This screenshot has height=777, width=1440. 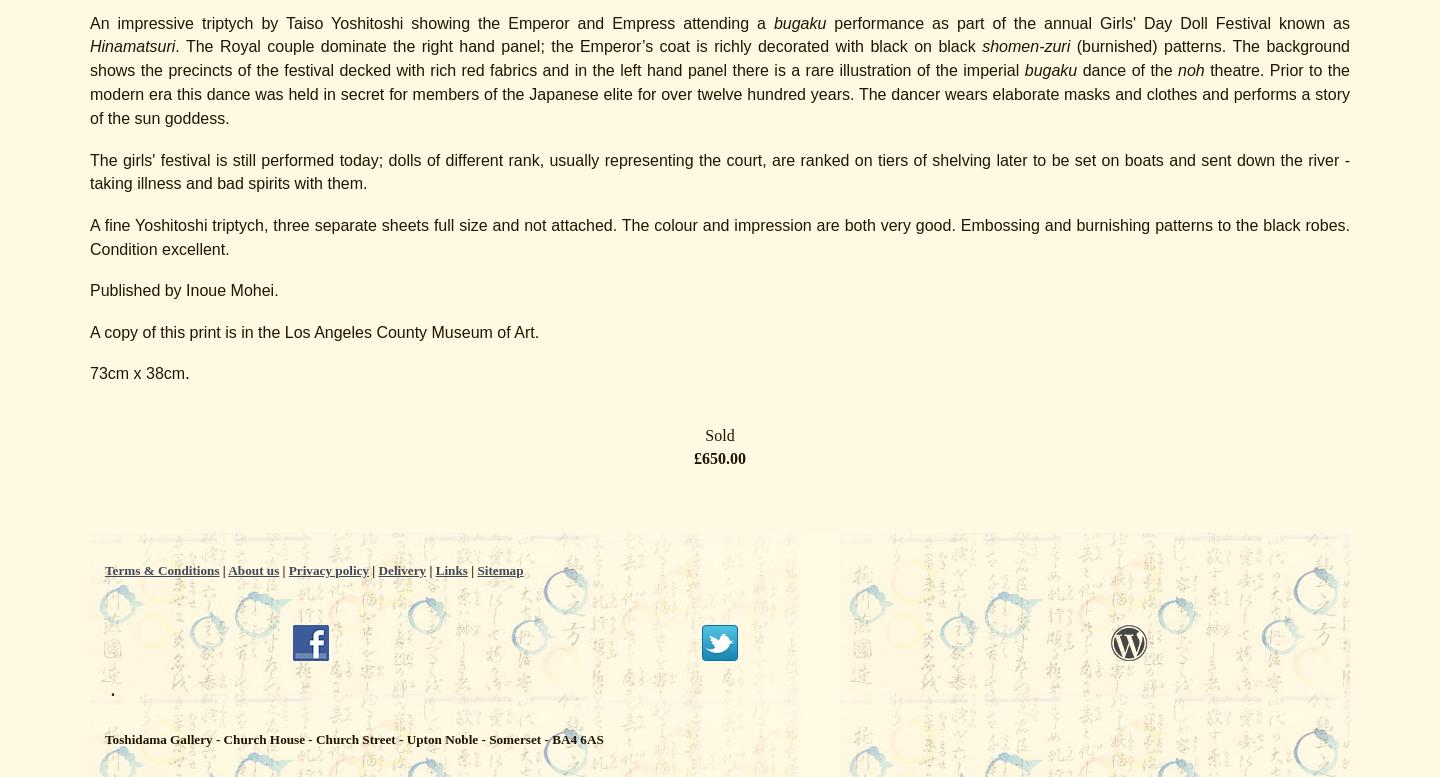 I want to click on 'Terms & Conditions', so click(x=104, y=569).